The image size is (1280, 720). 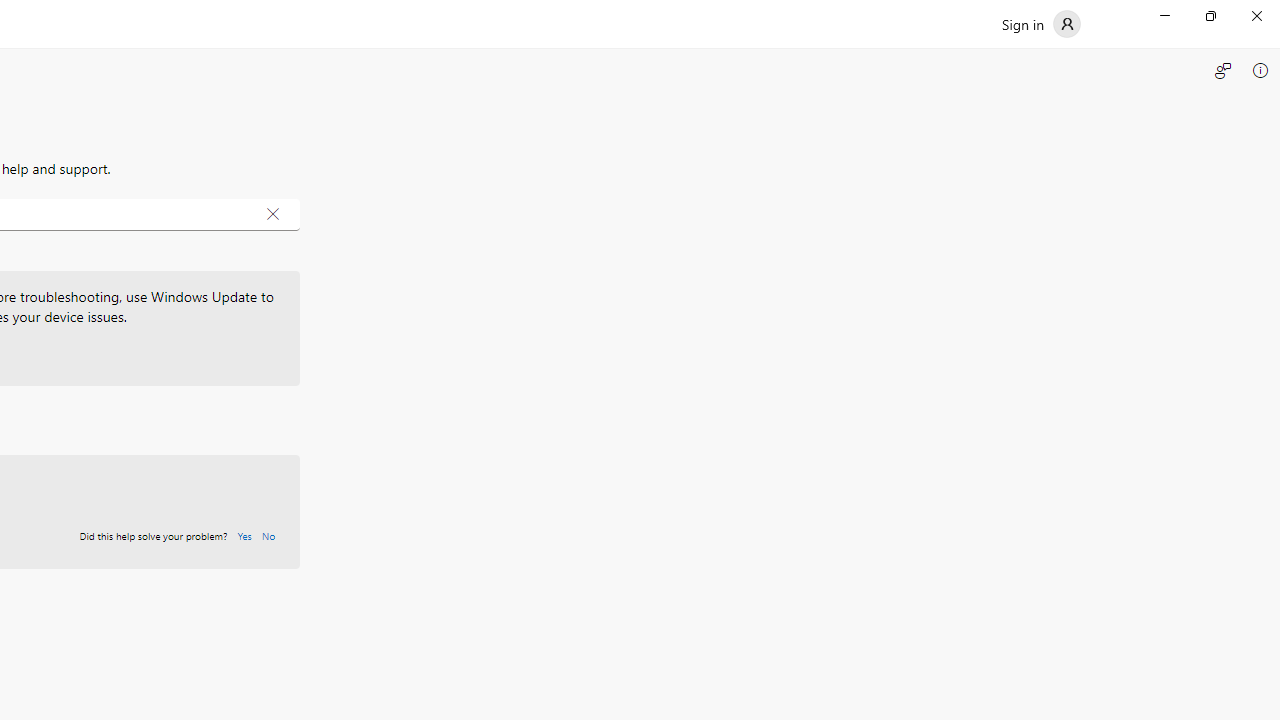 I want to click on 'Sign in', so click(x=1040, y=24).